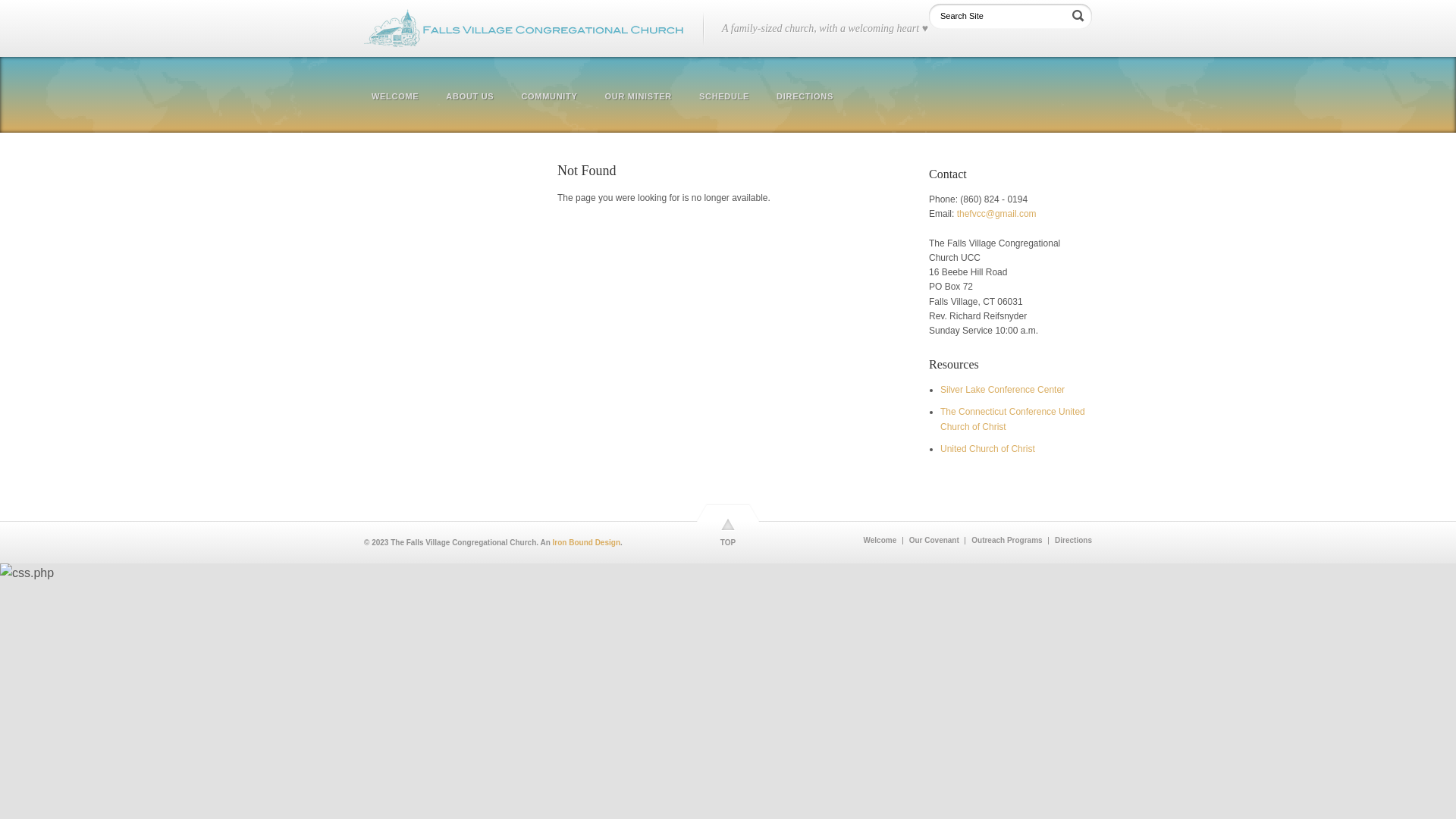 The width and height of the screenshot is (1456, 819). Describe the element at coordinates (1003, 540) in the screenshot. I see `'Outreach Programs'` at that location.